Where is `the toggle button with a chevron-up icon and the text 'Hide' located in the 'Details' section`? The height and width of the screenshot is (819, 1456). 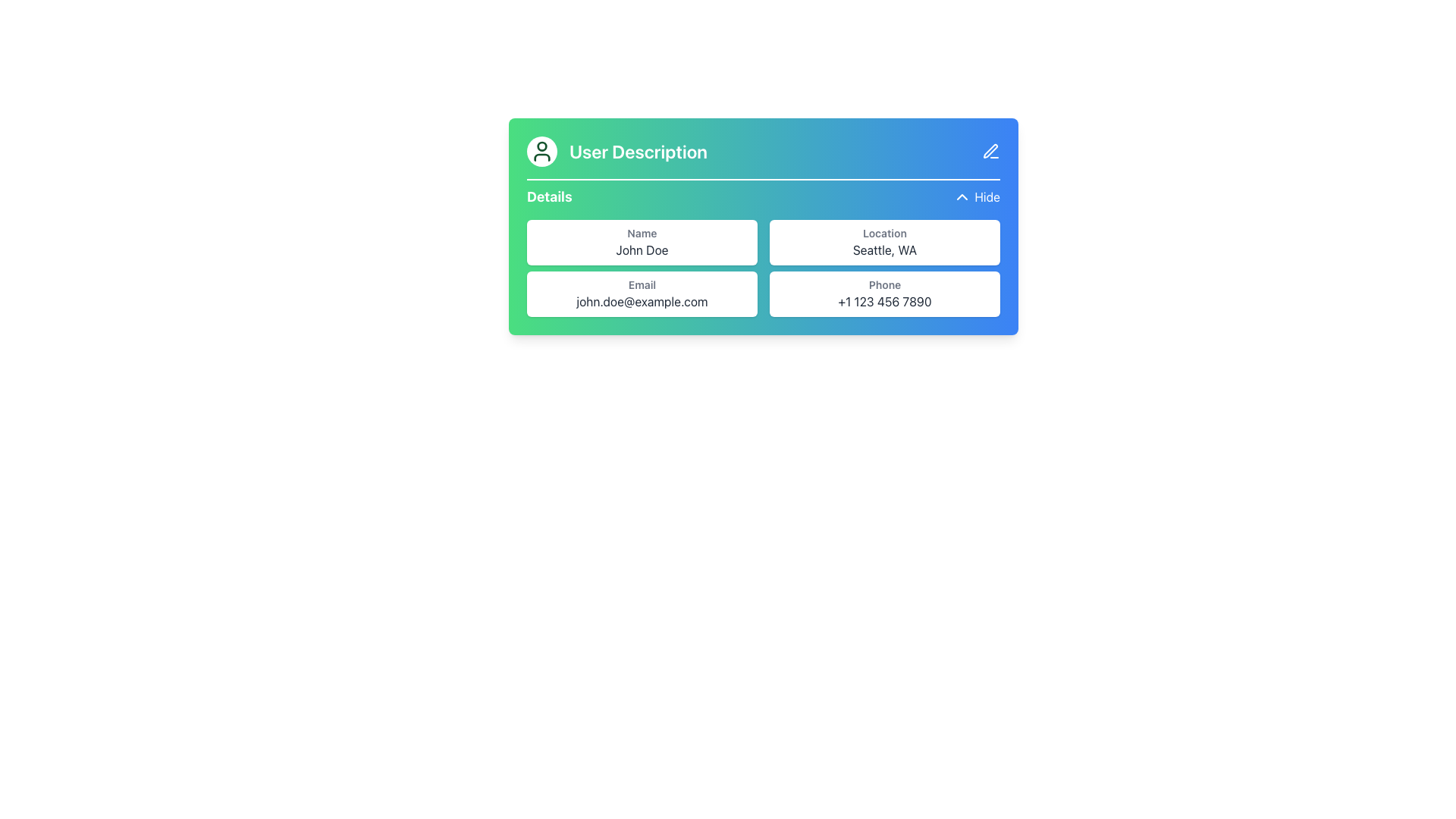
the toggle button with a chevron-up icon and the text 'Hide' located in the 'Details' section is located at coordinates (976, 196).